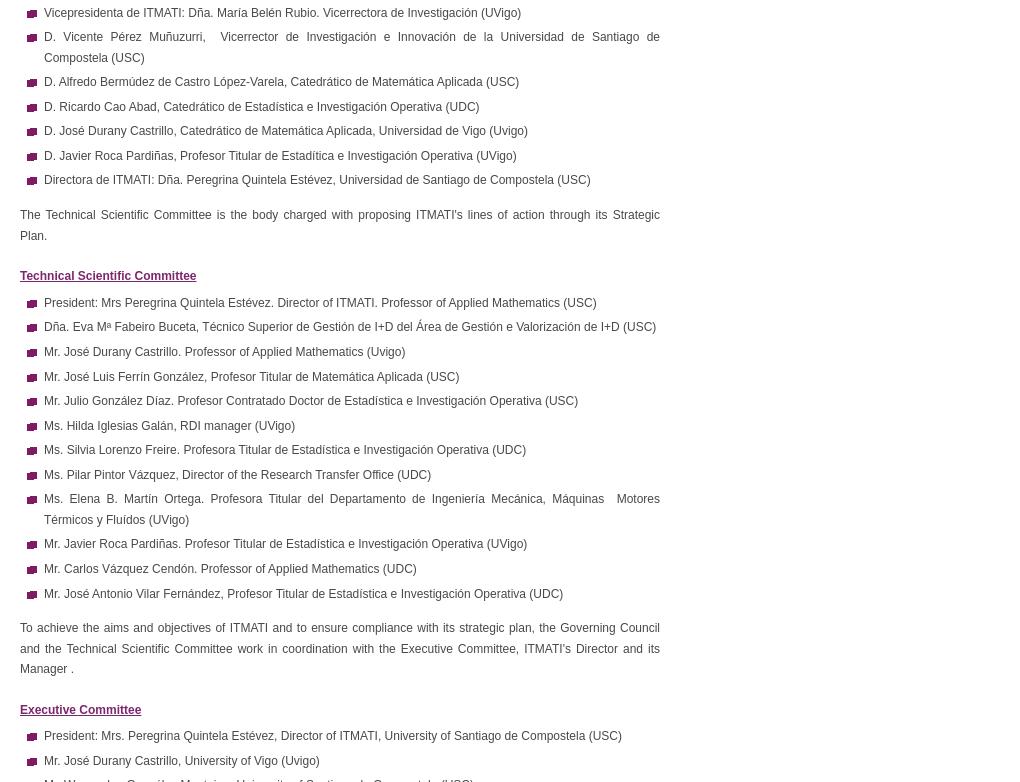 Image resolution: width=1020 pixels, height=782 pixels. I want to click on 'Mr. Julio González Díaz. Profesor Contratado Doctor de Estadística e Investigación Operativa (USC)', so click(310, 401).